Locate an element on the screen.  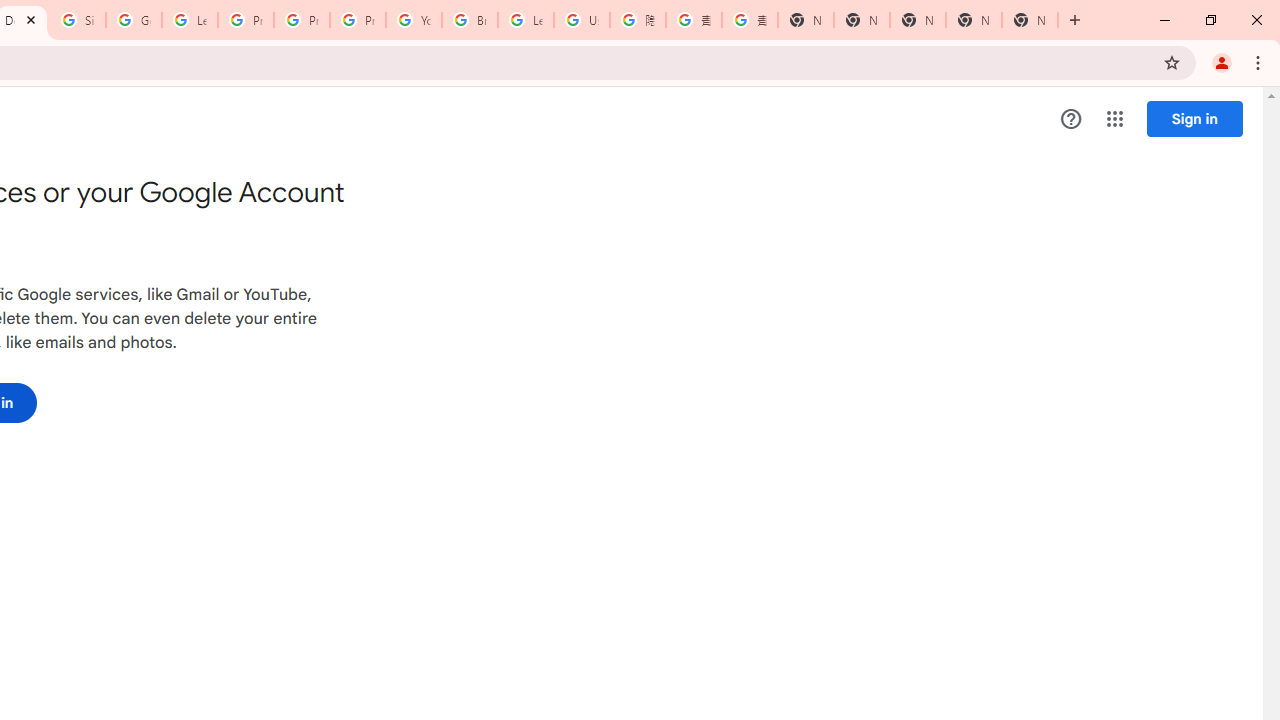
'Google apps' is located at coordinates (1113, 119).